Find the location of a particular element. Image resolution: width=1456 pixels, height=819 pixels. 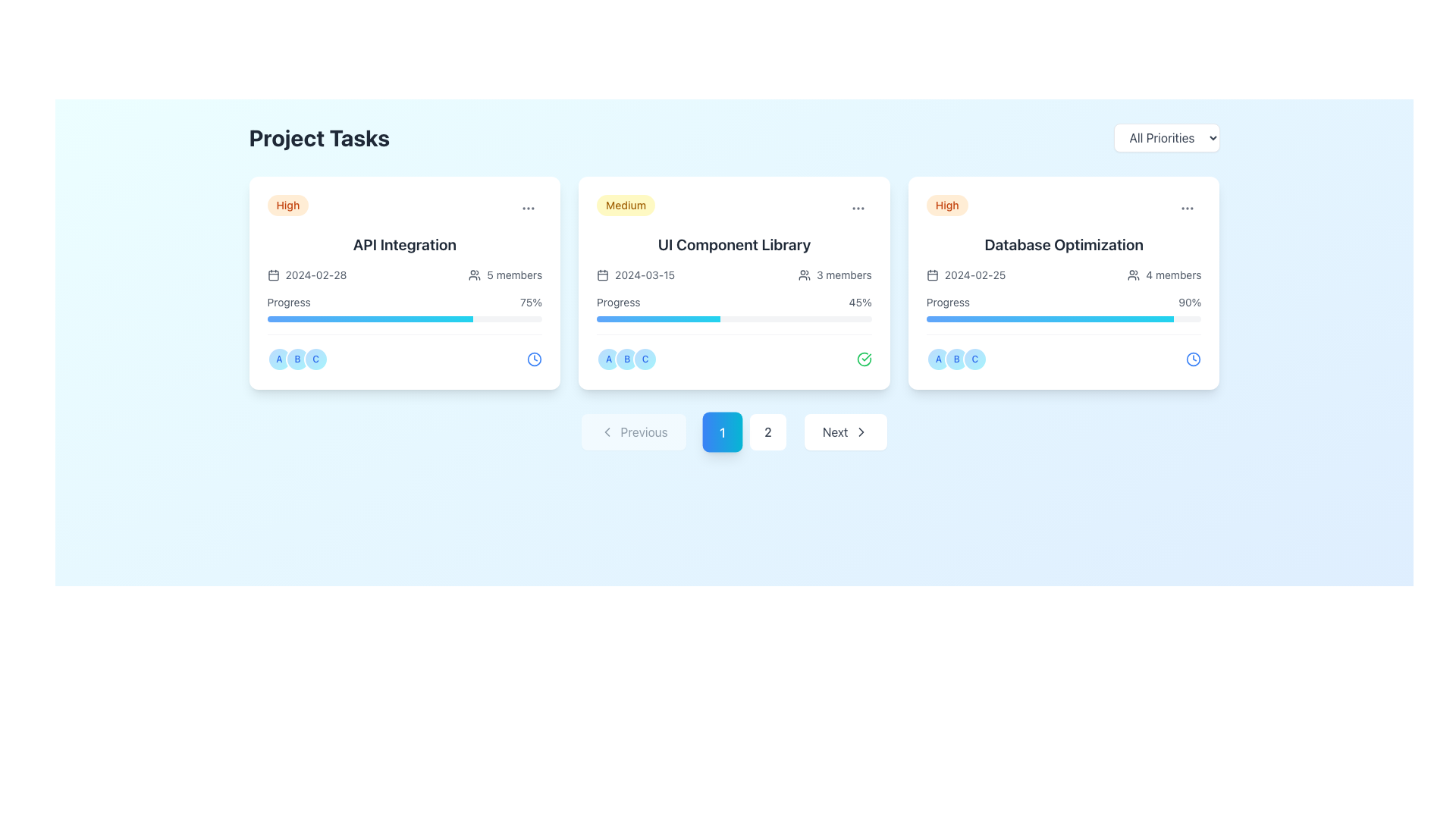

the rightward arrow icon representing the next action in the navigation bar, located next to the 'Next' button, to move to the next item or page is located at coordinates (861, 432).